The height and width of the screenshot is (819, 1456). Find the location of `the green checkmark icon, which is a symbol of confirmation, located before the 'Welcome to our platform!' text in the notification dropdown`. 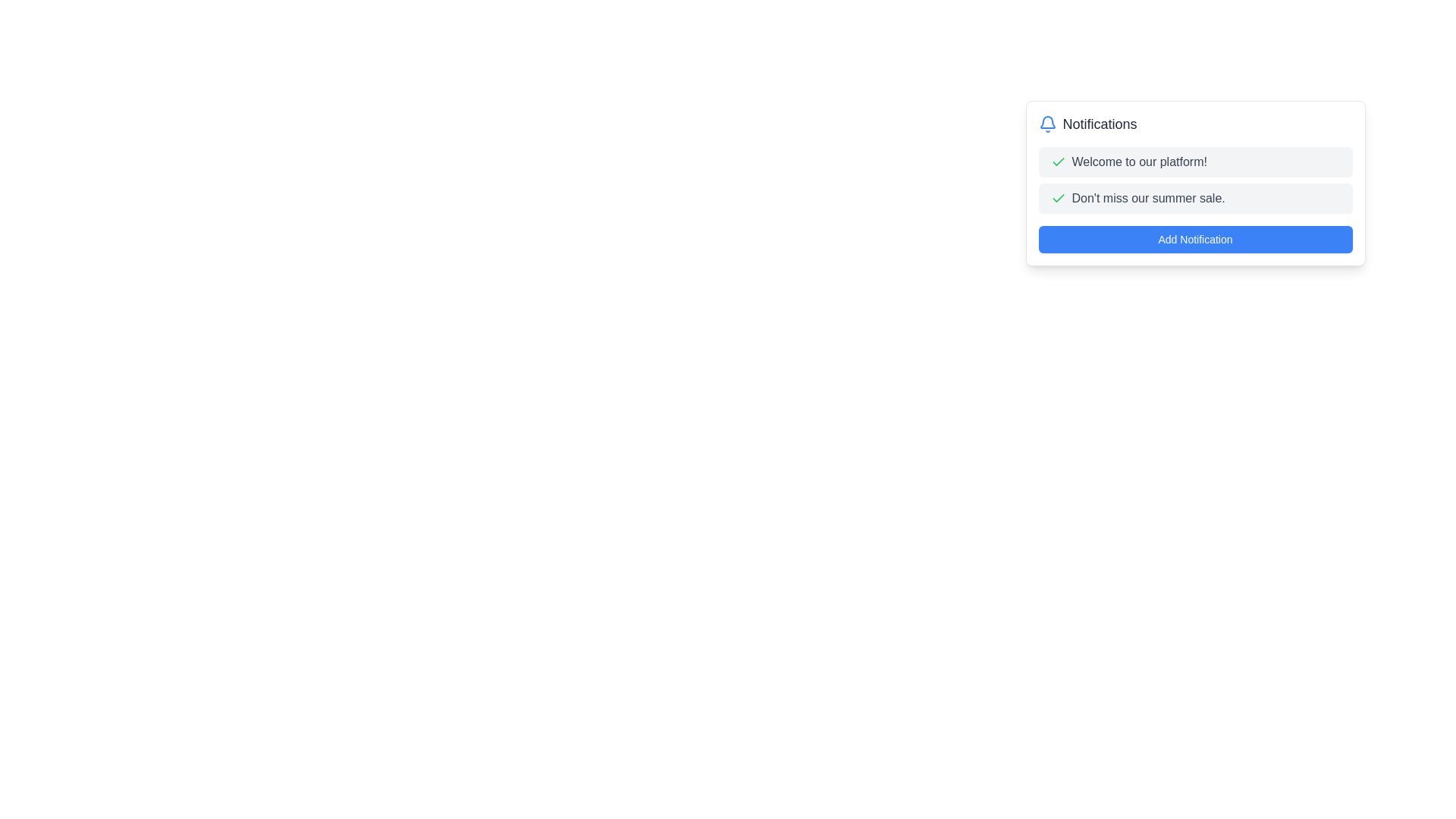

the green checkmark icon, which is a symbol of confirmation, located before the 'Welcome to our platform!' text in the notification dropdown is located at coordinates (1057, 162).